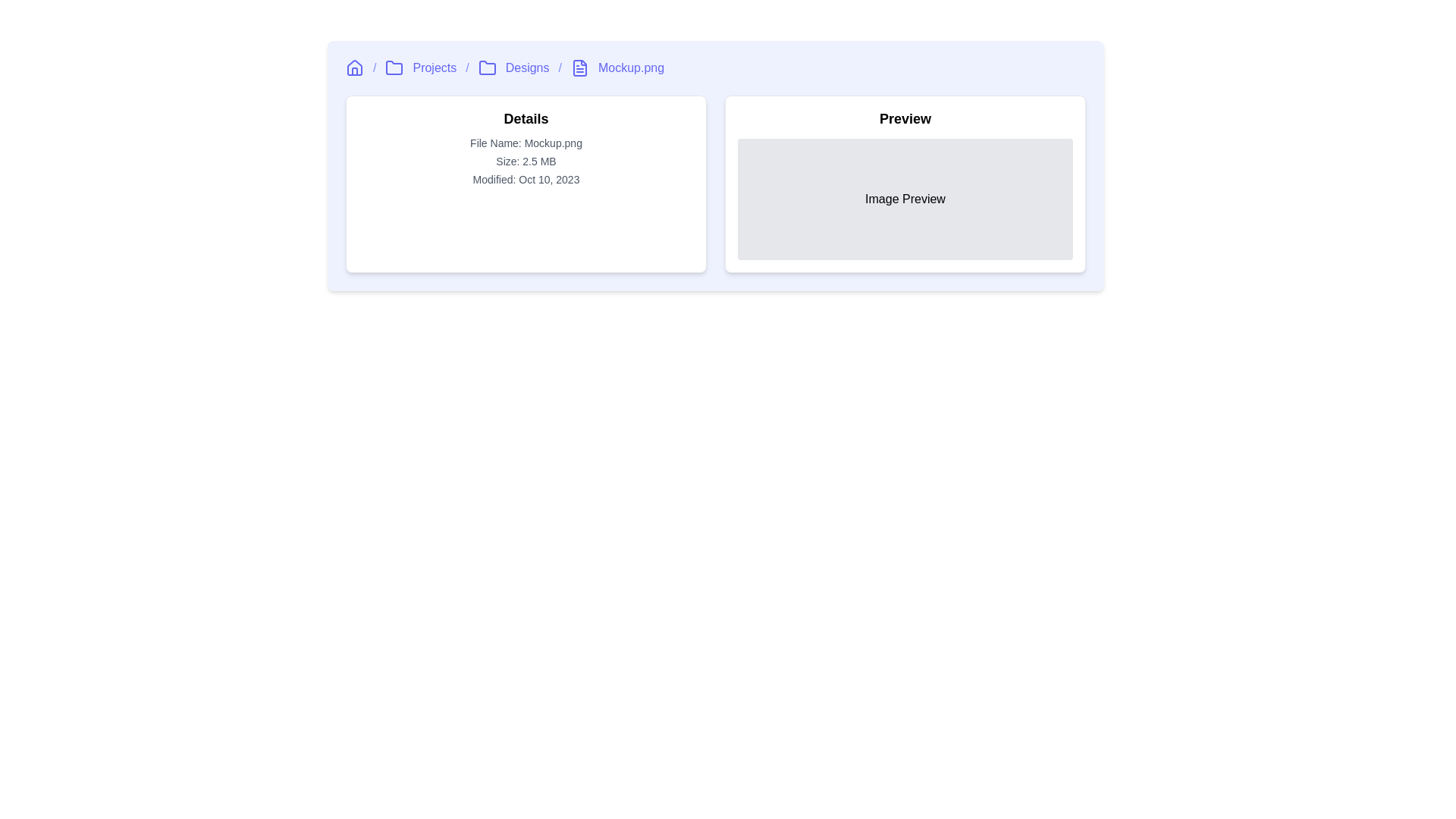 This screenshot has height=819, width=1456. What do you see at coordinates (527, 67) in the screenshot?
I see `the medium-sized text label displaying 'Designs' in the breadcrumb navigation bar, which is the sixth element in the sequence` at bounding box center [527, 67].